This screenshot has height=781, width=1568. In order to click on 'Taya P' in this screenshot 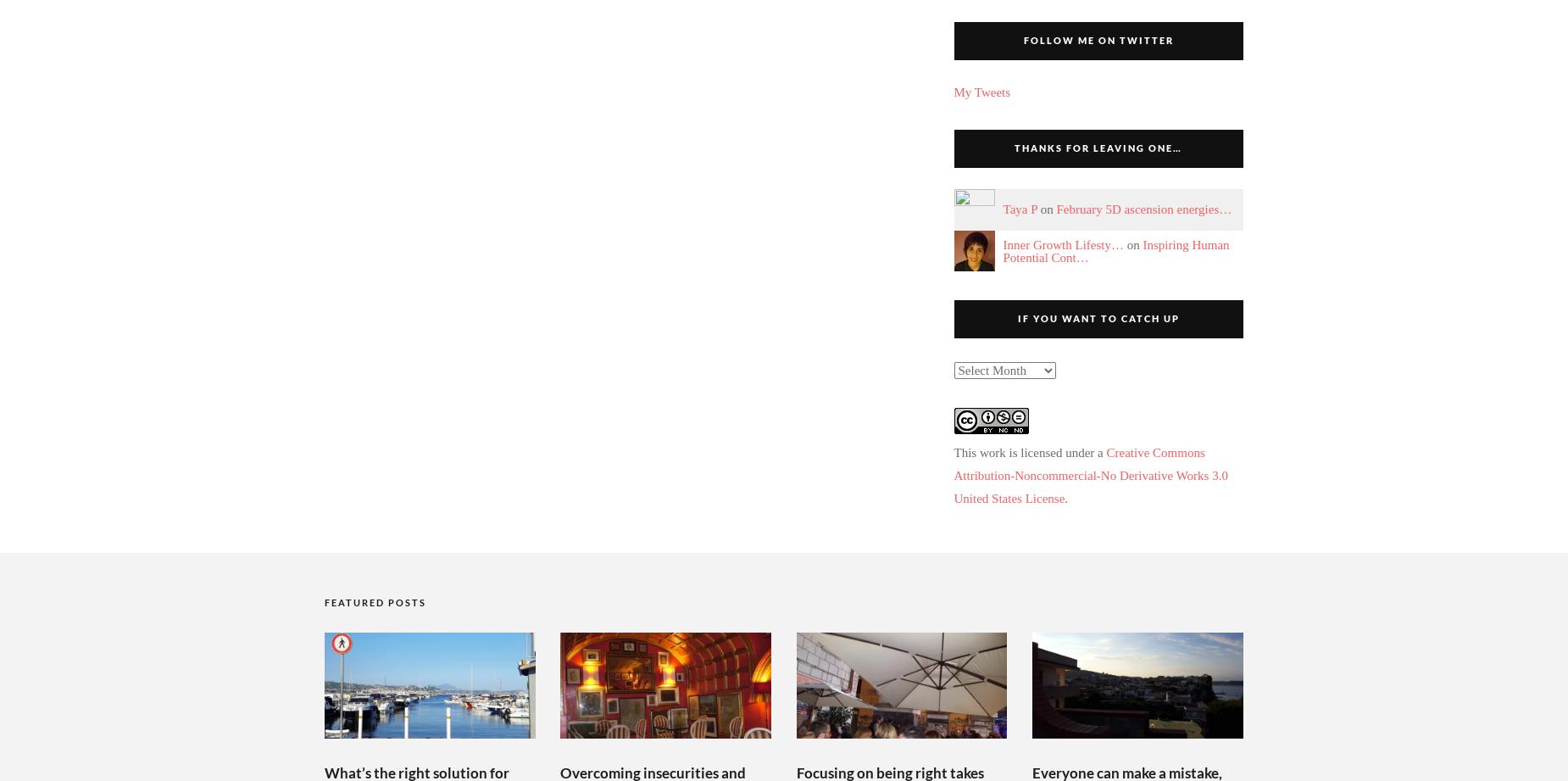, I will do `click(1019, 209)`.